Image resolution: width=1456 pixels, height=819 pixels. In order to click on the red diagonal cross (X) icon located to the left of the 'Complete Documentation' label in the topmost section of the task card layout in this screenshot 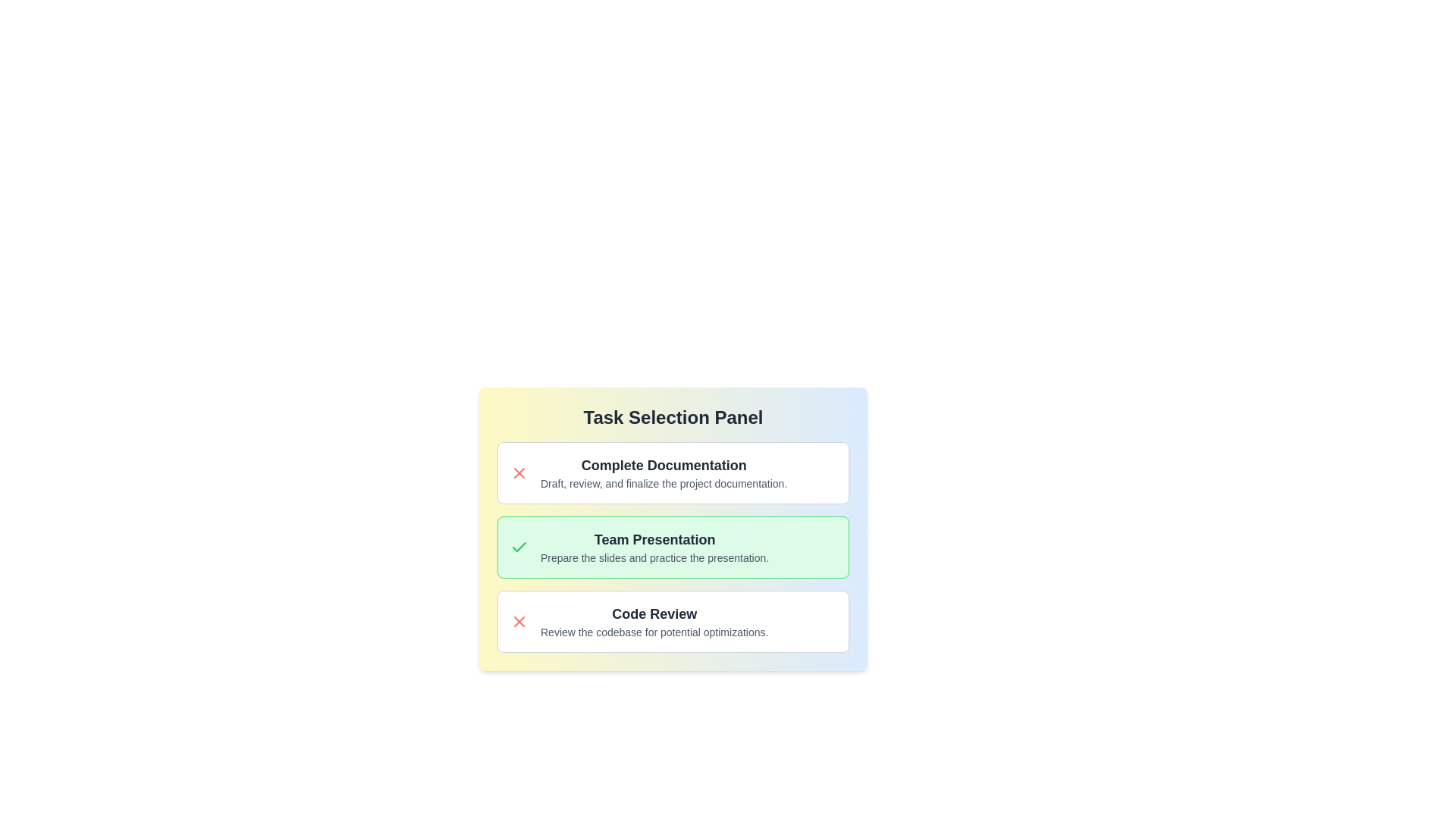, I will do `click(519, 622)`.